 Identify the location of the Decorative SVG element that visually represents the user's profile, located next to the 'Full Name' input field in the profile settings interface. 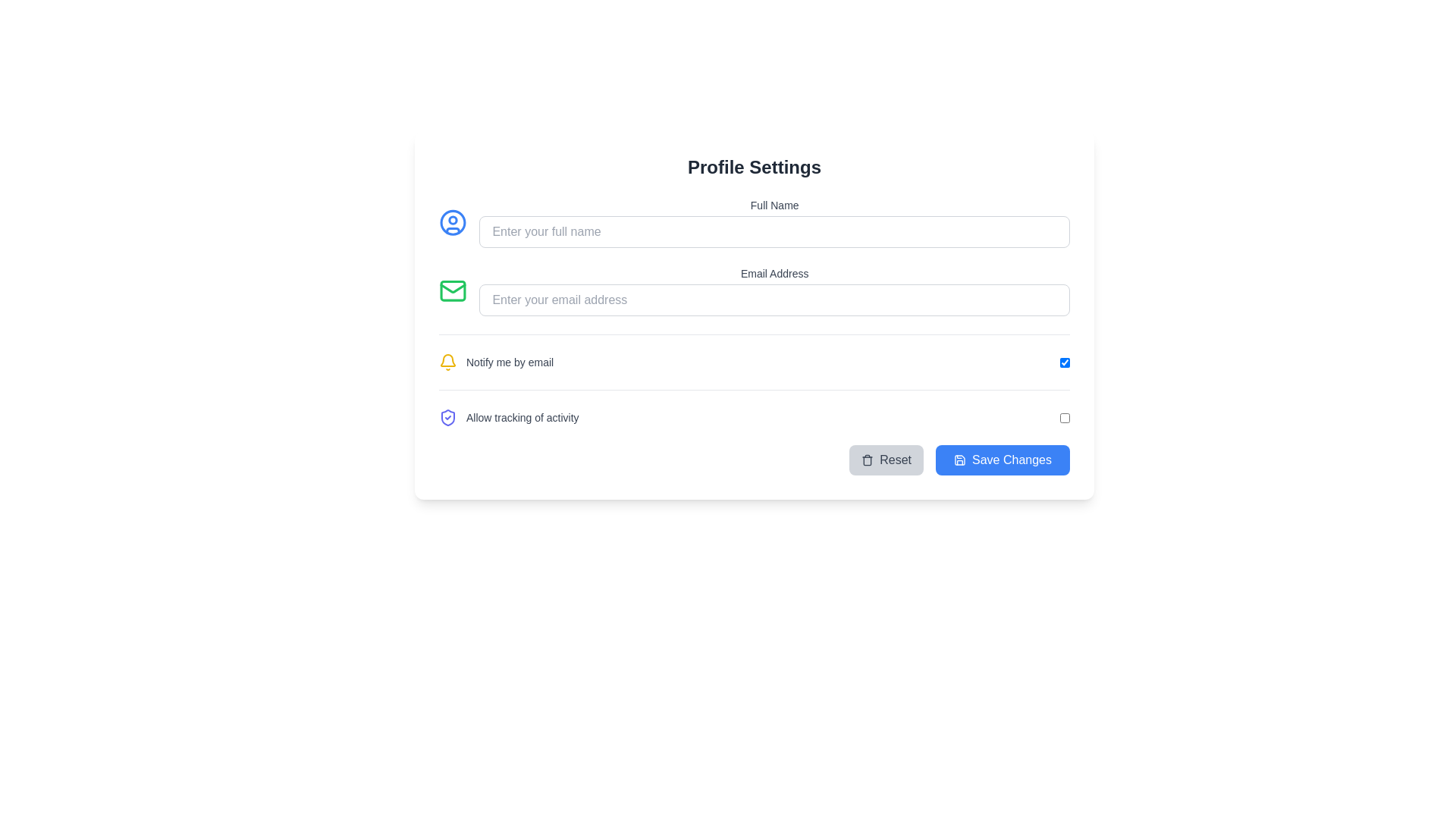
(452, 231).